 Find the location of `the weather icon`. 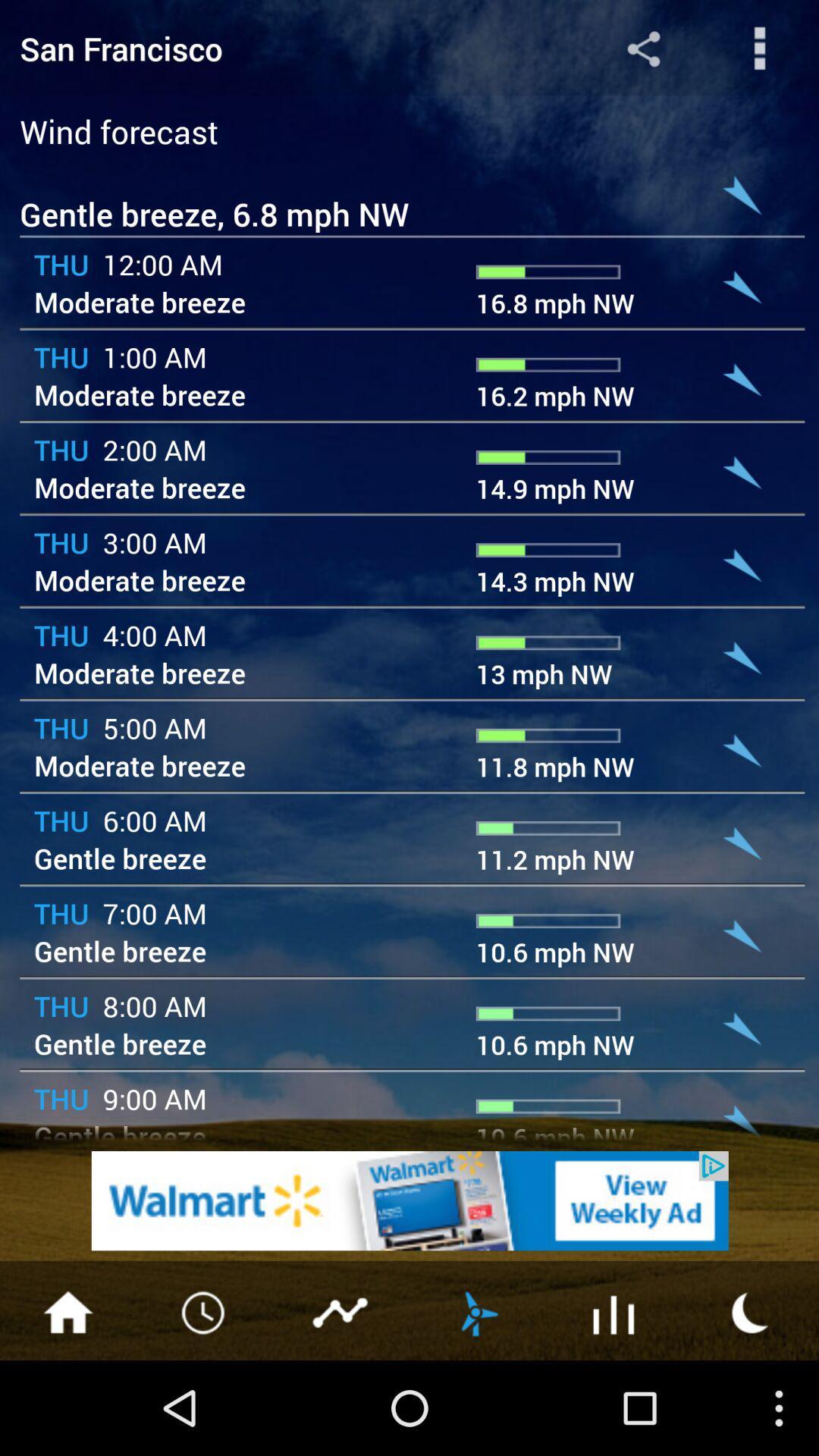

the weather icon is located at coordinates (476, 1402).